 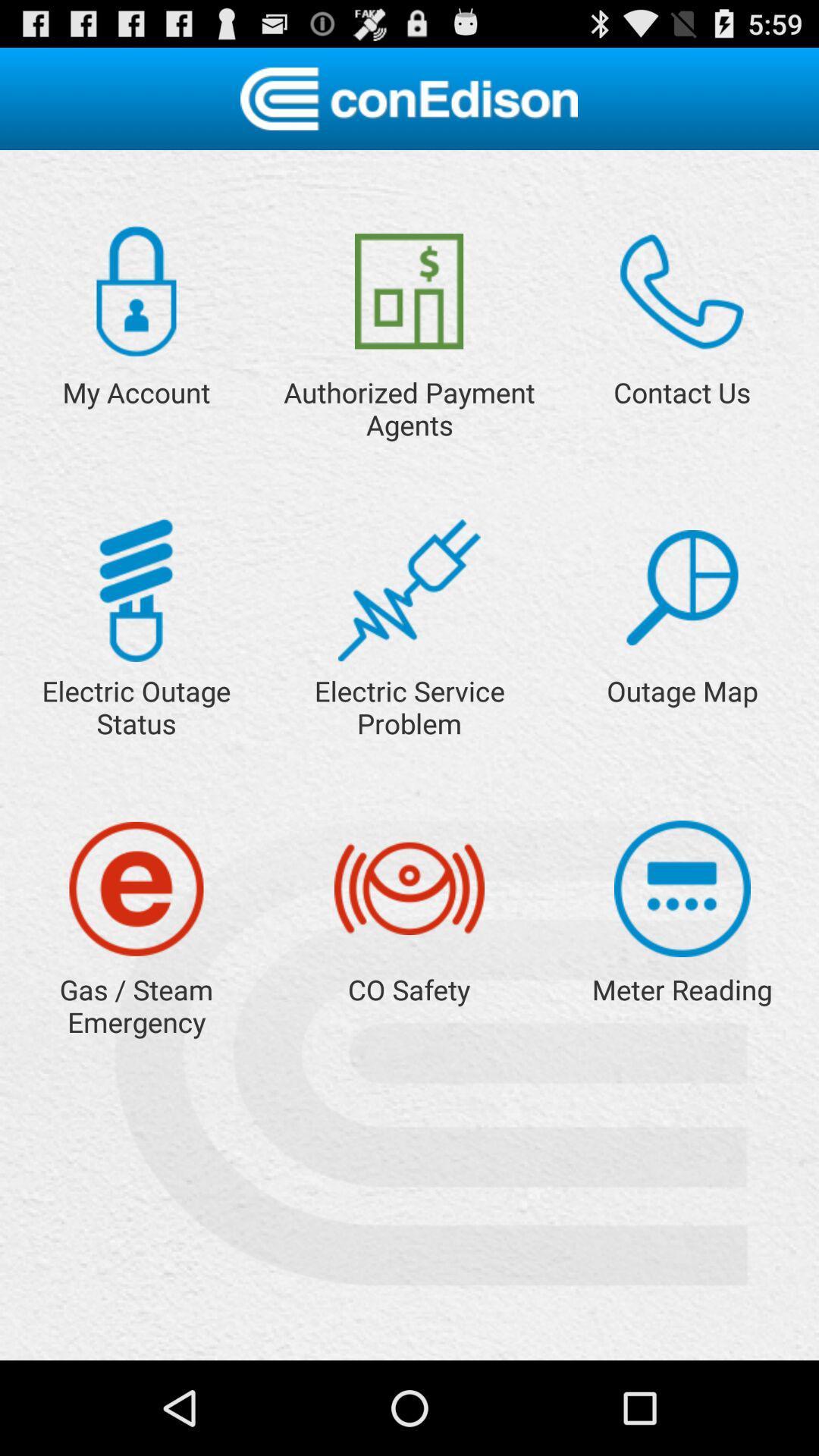 I want to click on my account, so click(x=136, y=291).